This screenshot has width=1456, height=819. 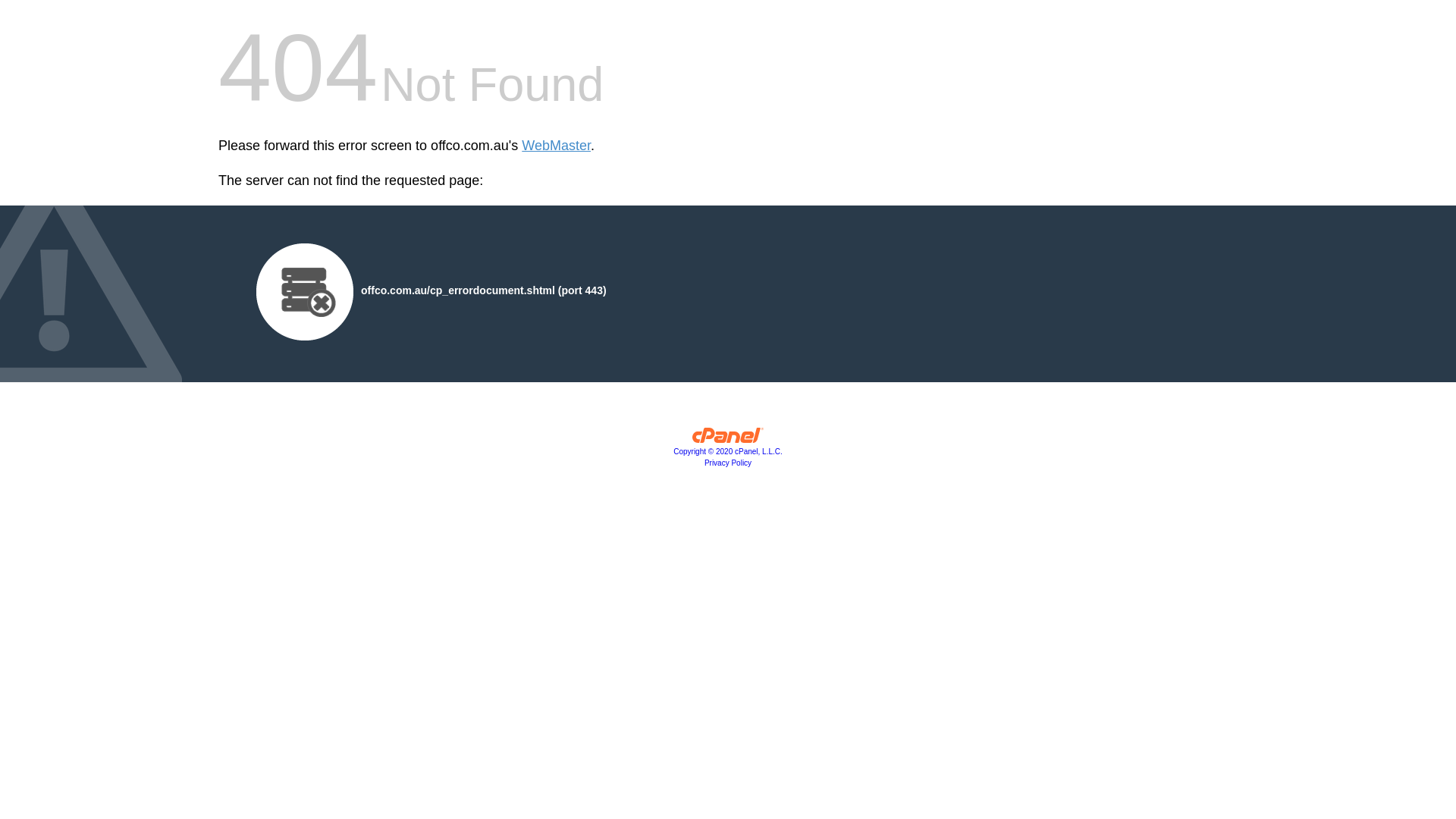 I want to click on 'Privacy Policy', so click(x=728, y=462).